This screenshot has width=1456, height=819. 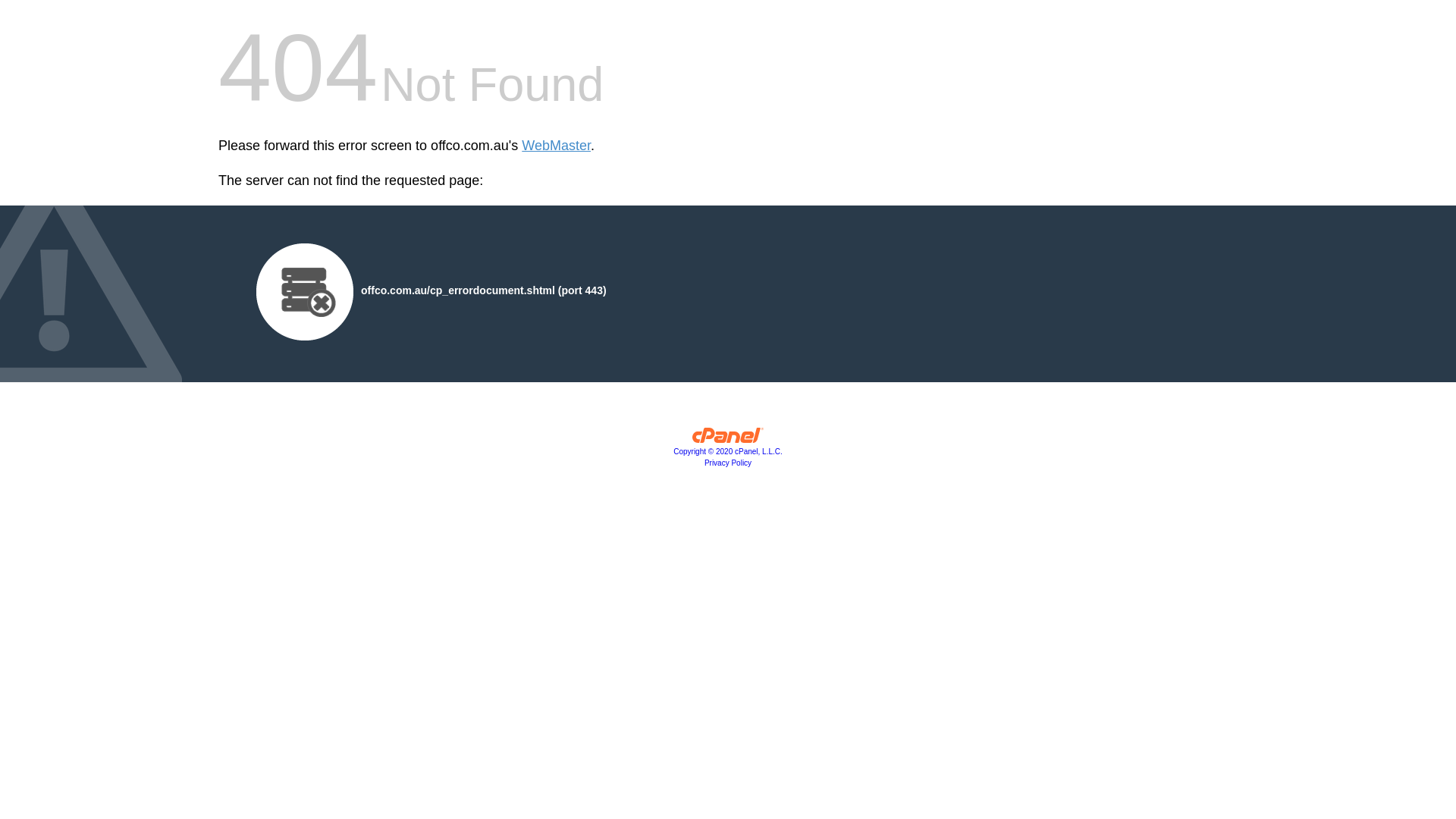 I want to click on 'Privacy Policy', so click(x=728, y=462).